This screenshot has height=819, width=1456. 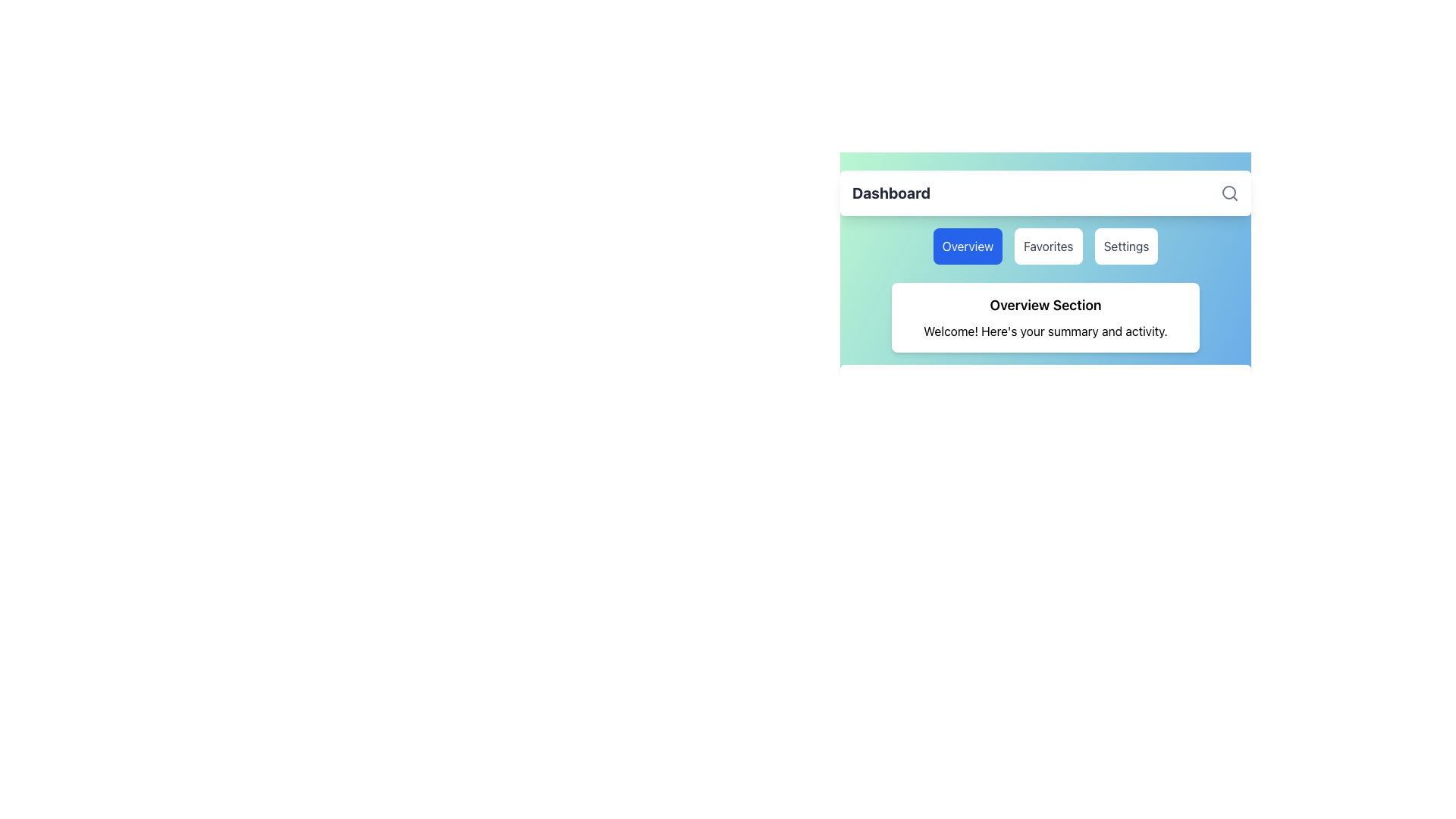 What do you see at coordinates (1044, 317) in the screenshot?
I see `displayed text from the central text content element located below the navigation bar on the dashboard, which provides an overview and welcoming message` at bounding box center [1044, 317].